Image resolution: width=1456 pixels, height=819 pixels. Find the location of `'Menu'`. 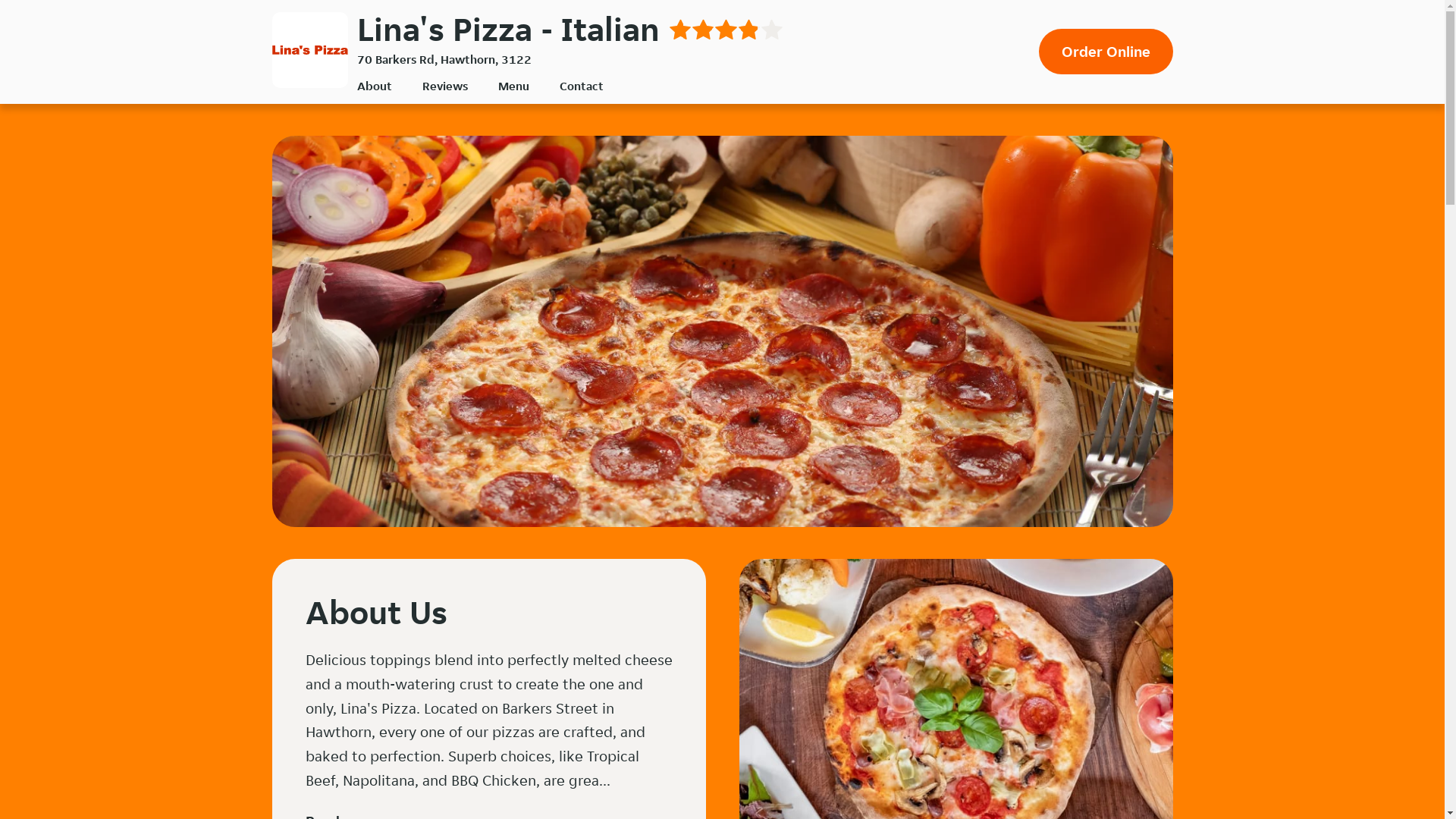

'Menu' is located at coordinates (513, 86).